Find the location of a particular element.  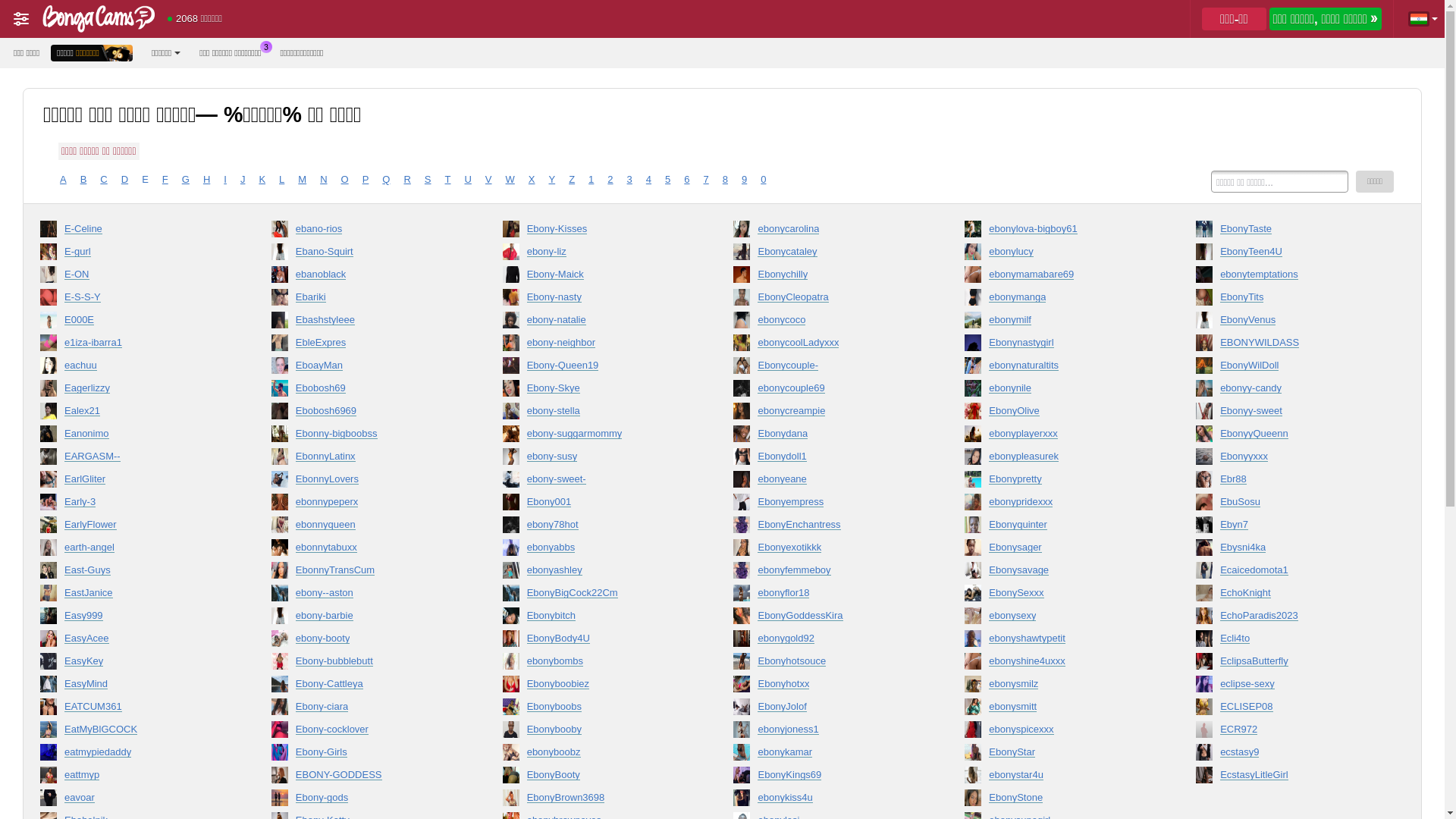

'ebonyeane' is located at coordinates (826, 482).